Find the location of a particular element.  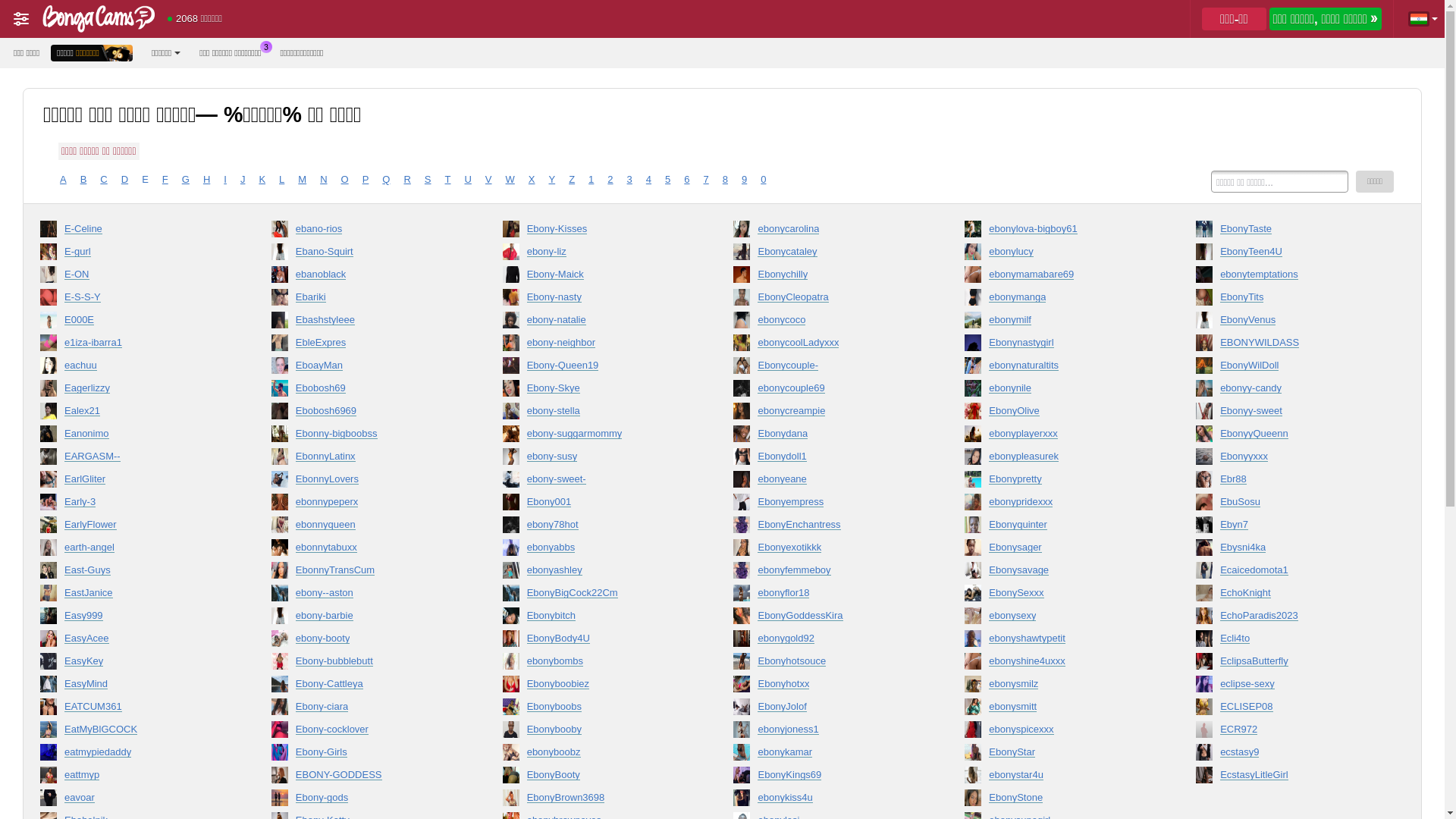

'ebonyeane' is located at coordinates (826, 482).